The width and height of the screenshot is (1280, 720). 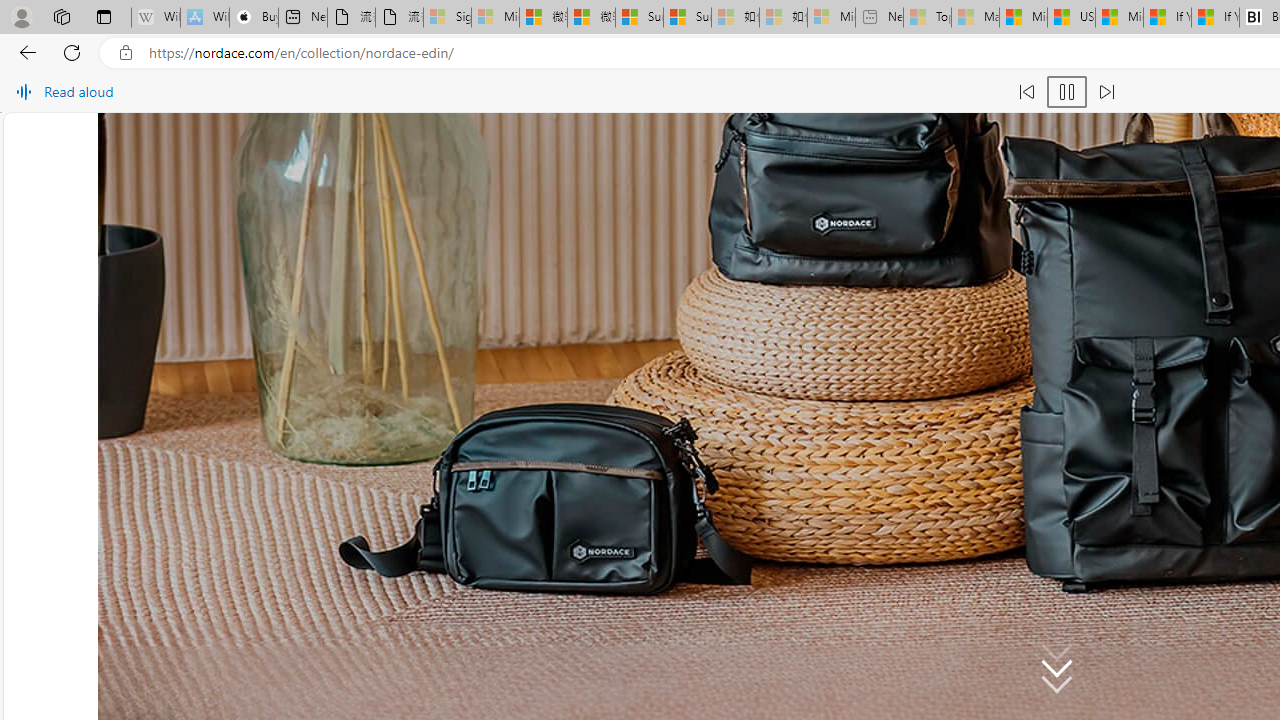 What do you see at coordinates (976, 17) in the screenshot?
I see `'Marine life - MSN - Sleeping'` at bounding box center [976, 17].